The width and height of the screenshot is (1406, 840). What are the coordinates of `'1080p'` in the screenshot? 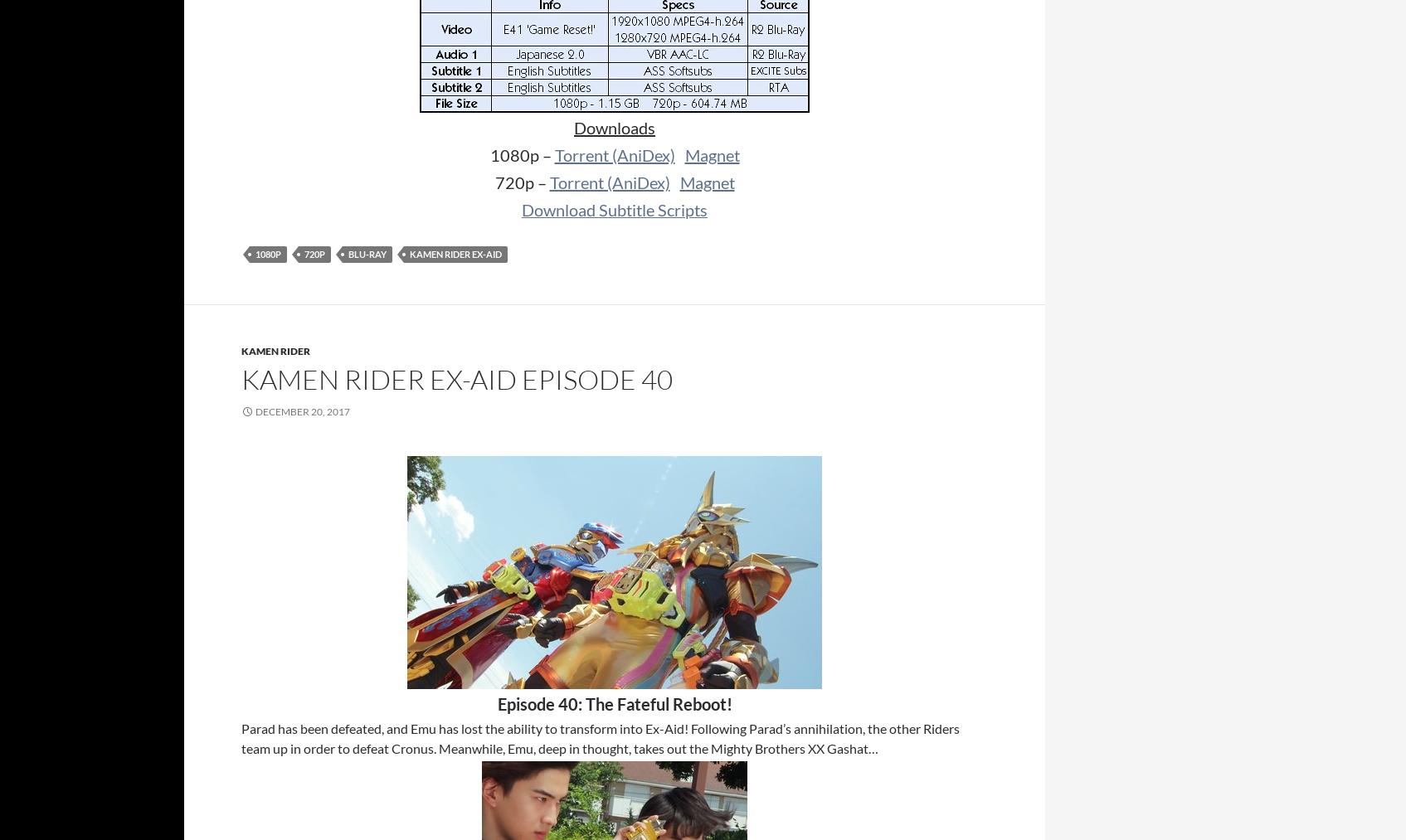 It's located at (268, 254).